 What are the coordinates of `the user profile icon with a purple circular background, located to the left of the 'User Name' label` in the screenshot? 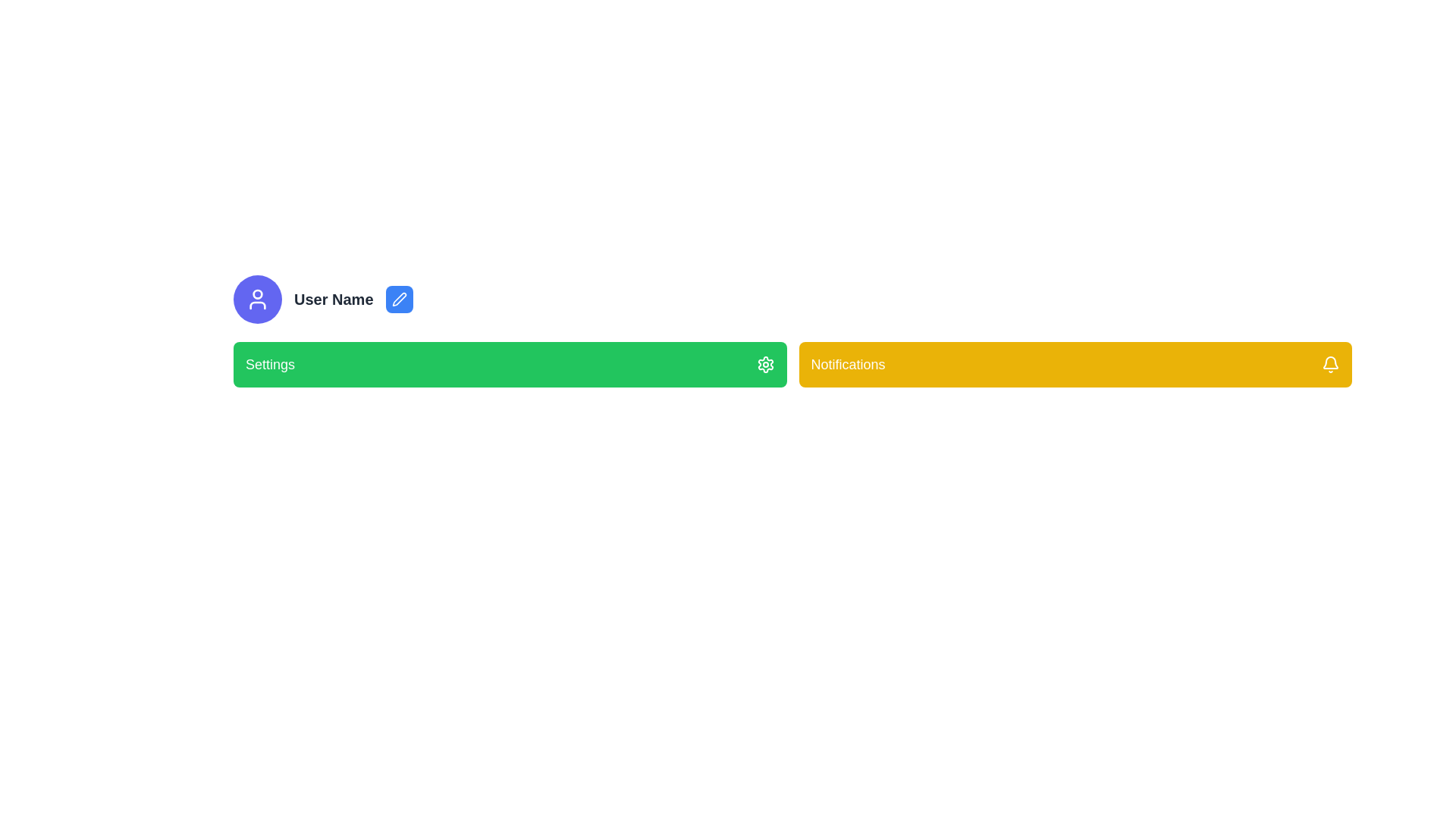 It's located at (258, 299).